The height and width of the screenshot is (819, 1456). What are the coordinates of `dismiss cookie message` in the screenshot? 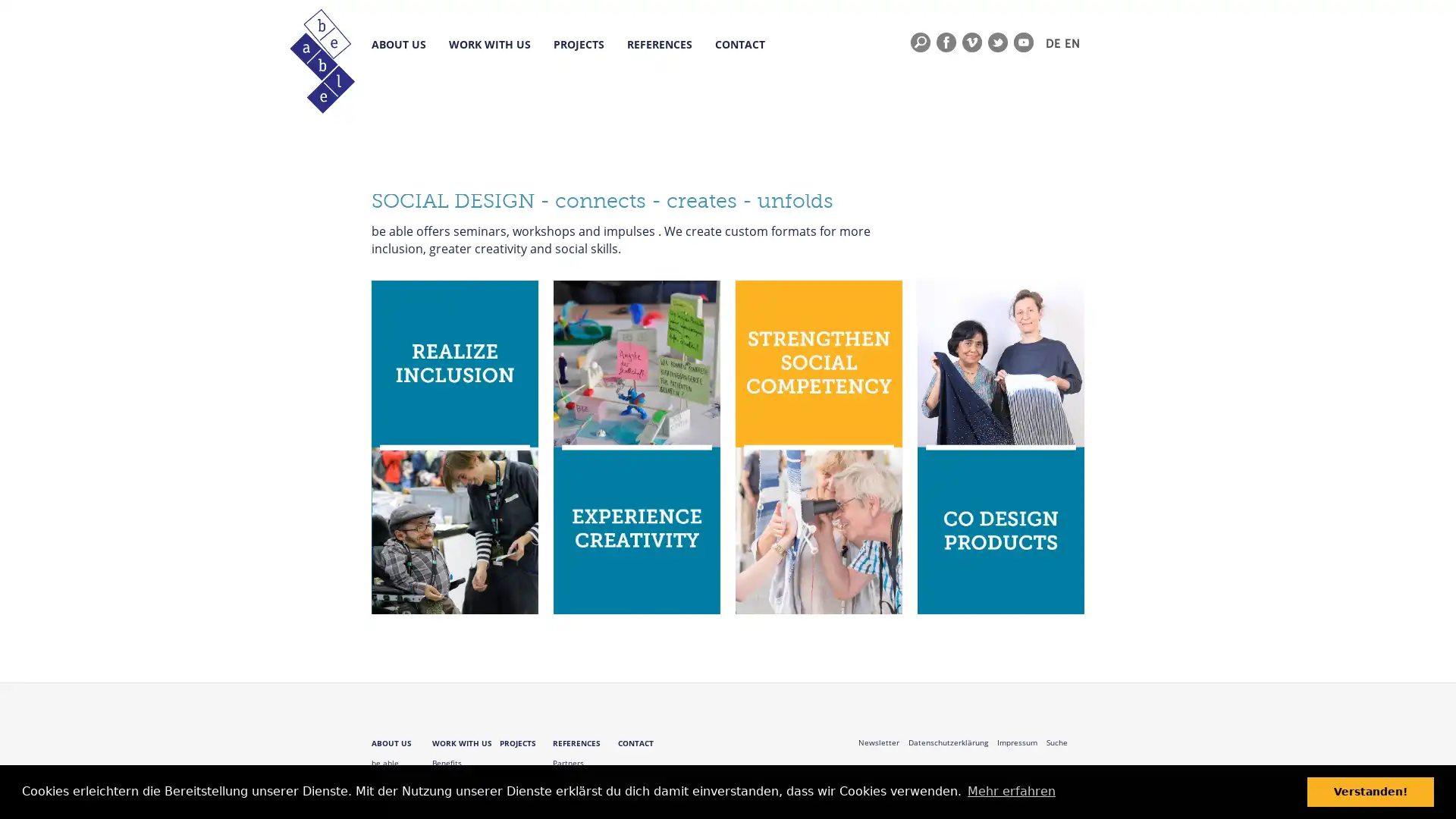 It's located at (1370, 791).